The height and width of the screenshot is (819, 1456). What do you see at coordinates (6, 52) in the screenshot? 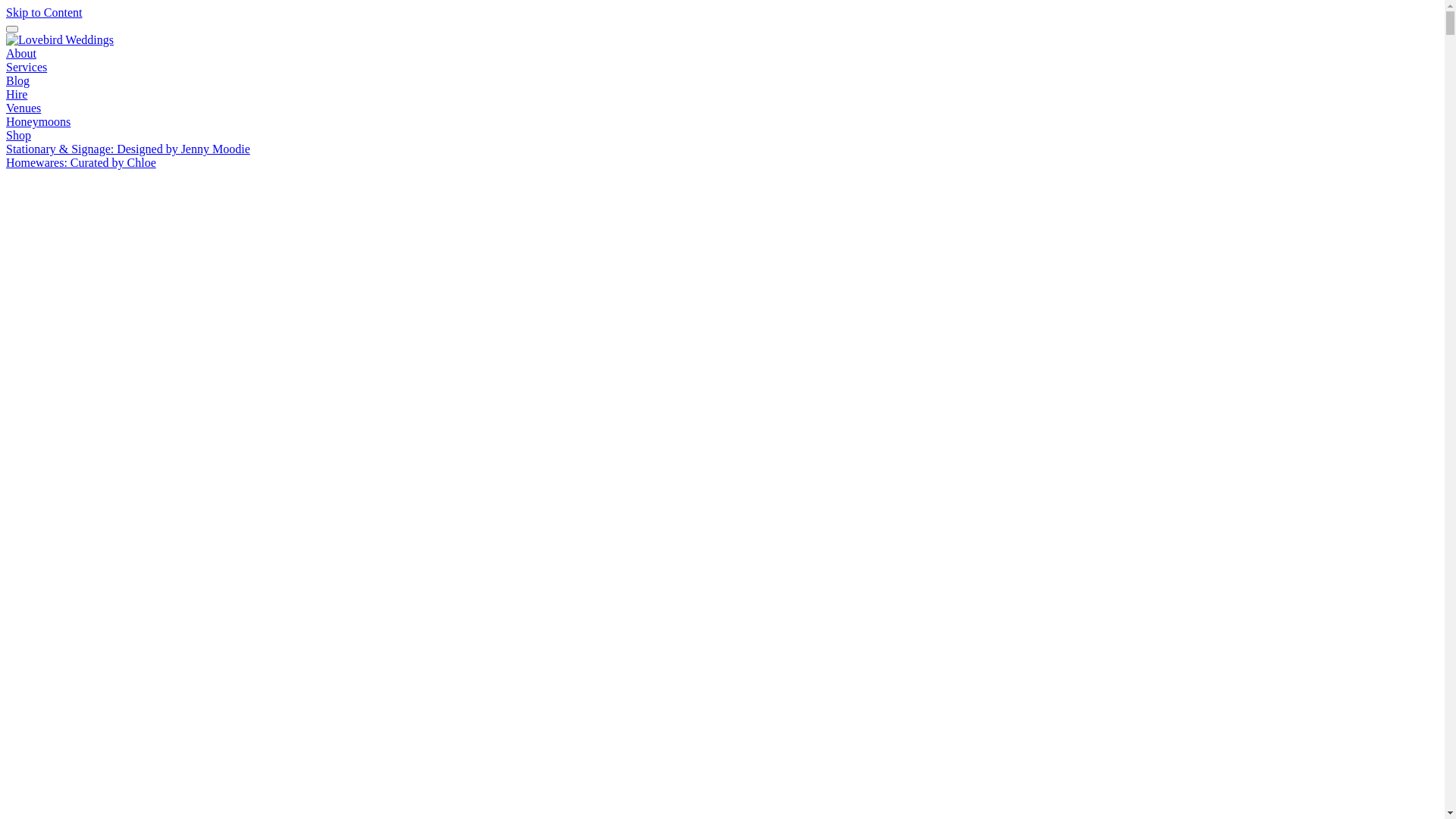
I see `'About'` at bounding box center [6, 52].